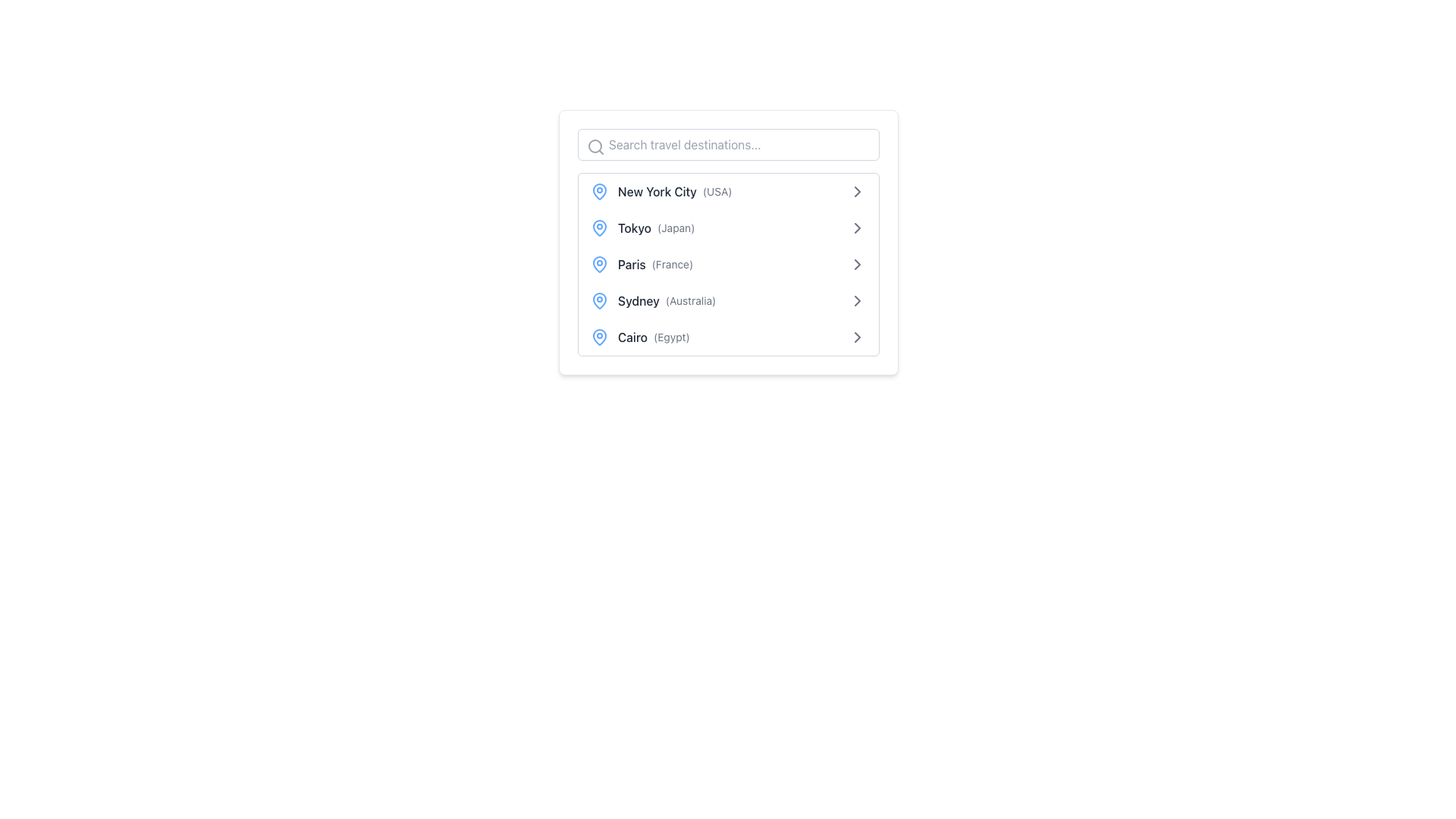 This screenshot has width=1456, height=819. I want to click on the text label 'Tokyo' which is styled with a medium font weight and dark gray color, located in the second entry of a list of travel destinations, alongside a blue location marker icon and the text '(Japan)', so click(635, 227).